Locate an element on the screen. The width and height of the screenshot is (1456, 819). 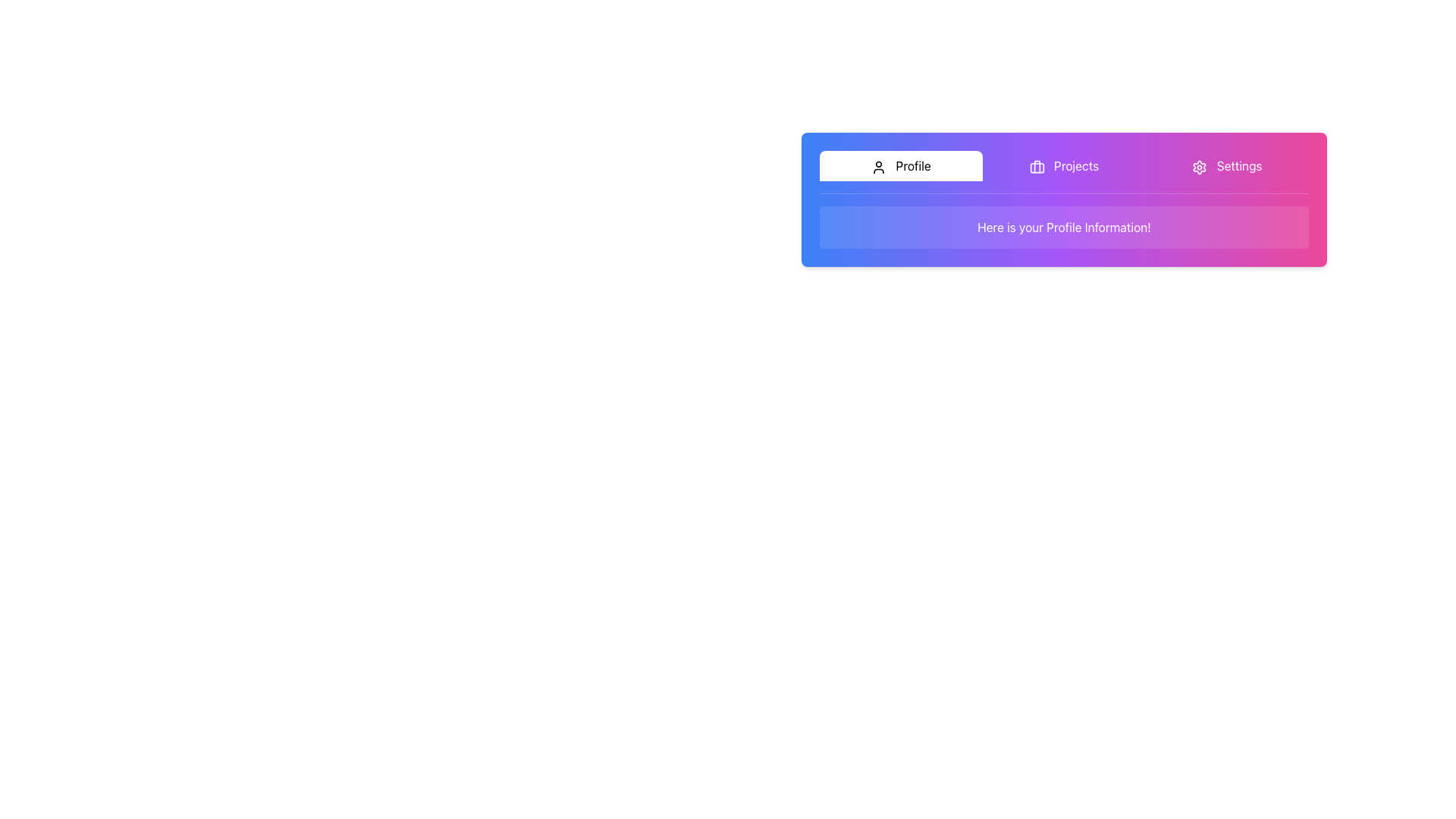
the informational text box located immediately below the tab section that includes 'Profile', 'Projects', and 'Settings' is located at coordinates (1063, 227).